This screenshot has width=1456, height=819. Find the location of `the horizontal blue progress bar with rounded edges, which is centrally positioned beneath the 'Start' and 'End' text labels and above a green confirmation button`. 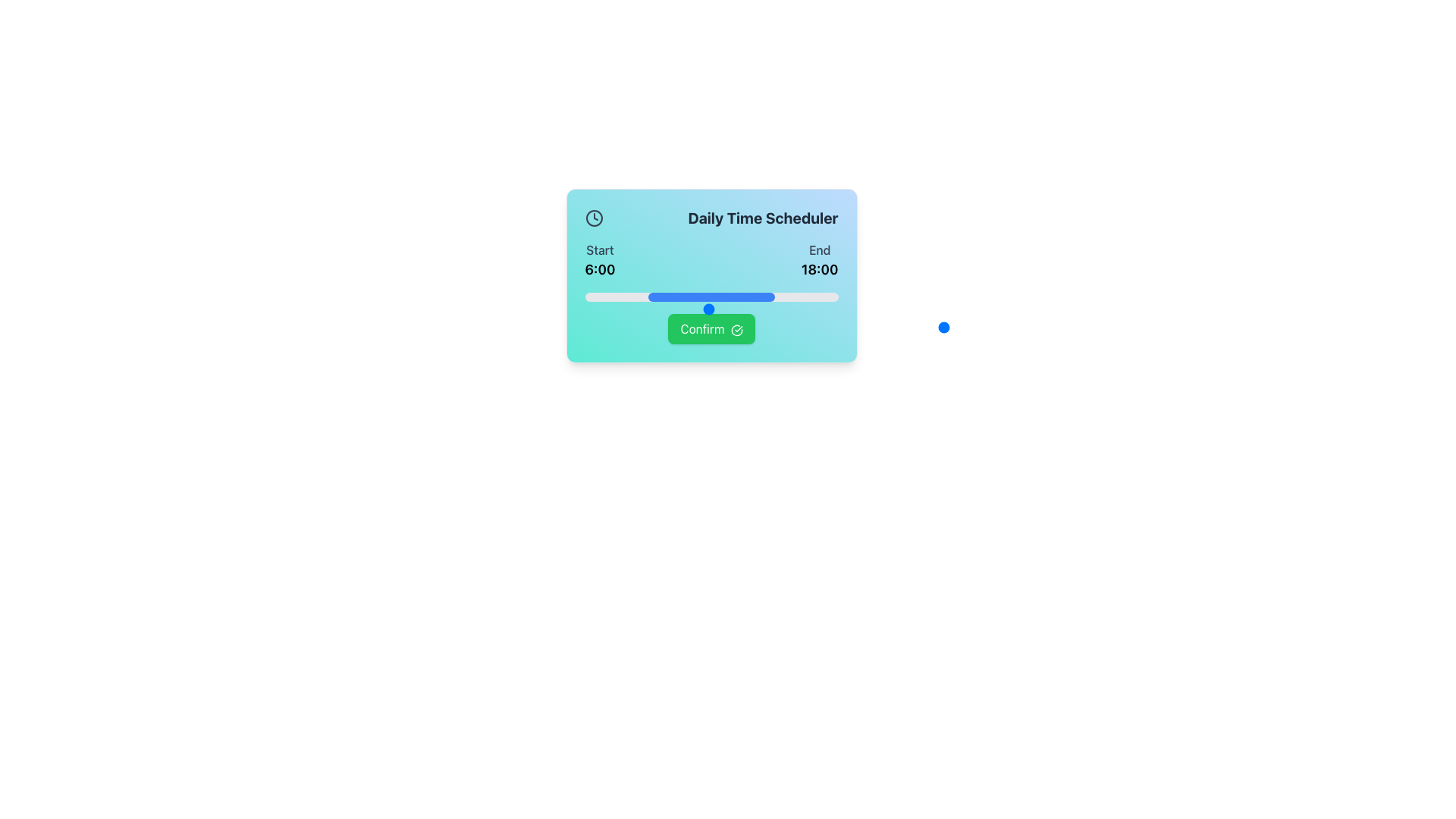

the horizontal blue progress bar with rounded edges, which is centrally positioned beneath the 'Start' and 'End' text labels and above a green confirmation button is located at coordinates (711, 297).